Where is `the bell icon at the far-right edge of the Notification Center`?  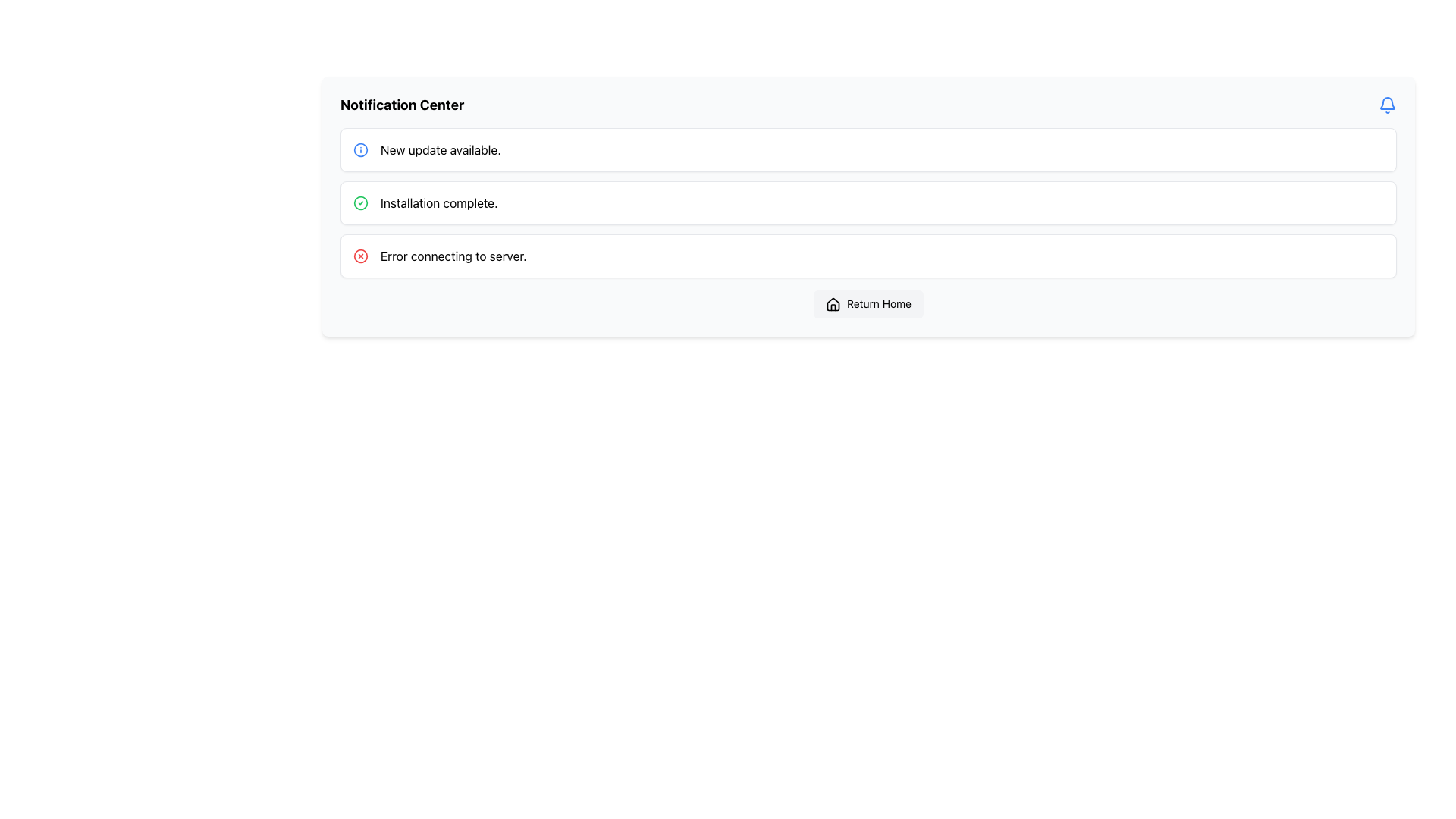
the bell icon at the far-right edge of the Notification Center is located at coordinates (1387, 104).